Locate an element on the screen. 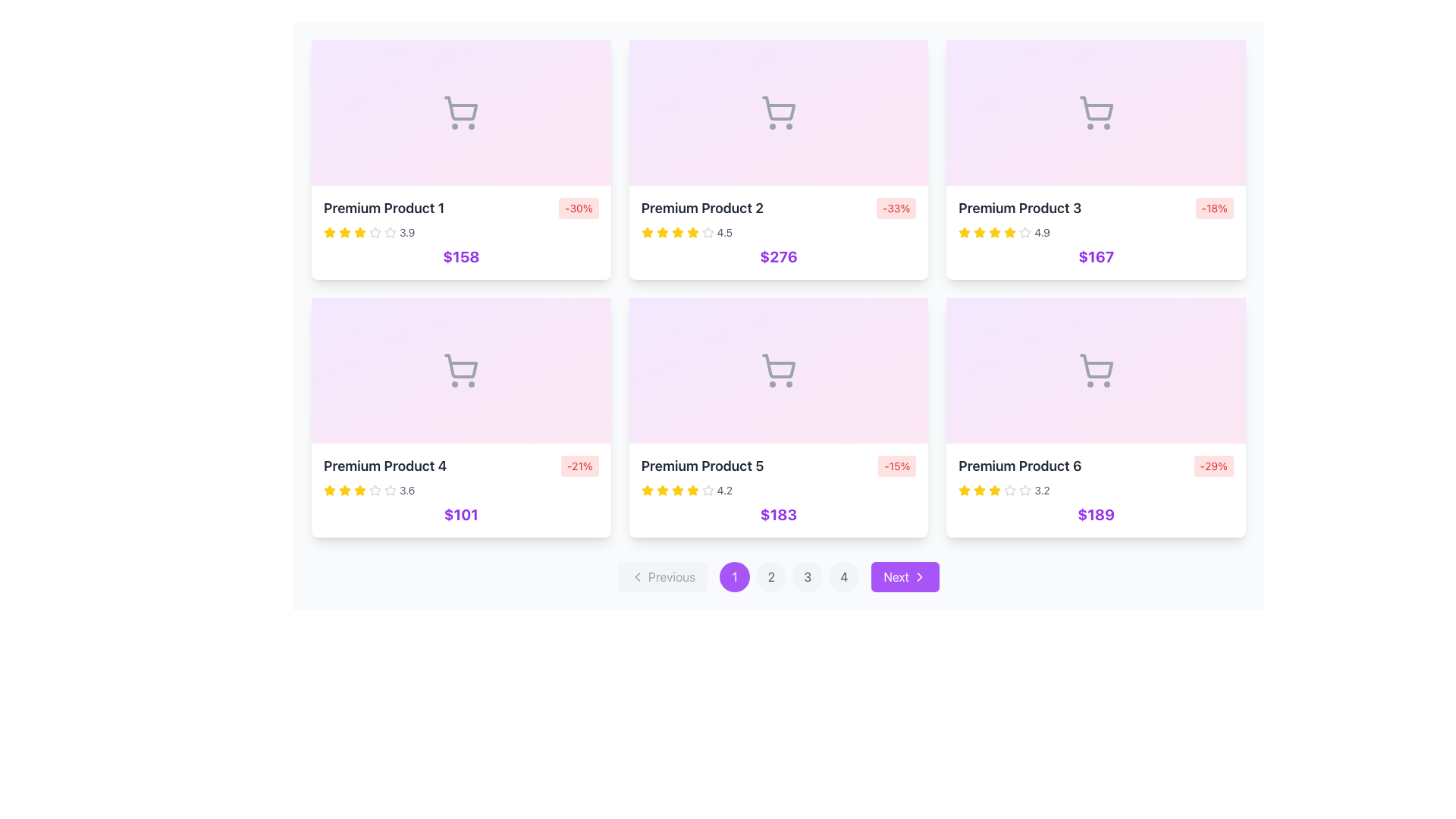 The image size is (1456, 819). the first Rating star icon in the 'Premium Product 4' card, which indicates part of a five-star rating system and is located in the second row, first column of the grid is located at coordinates (329, 491).